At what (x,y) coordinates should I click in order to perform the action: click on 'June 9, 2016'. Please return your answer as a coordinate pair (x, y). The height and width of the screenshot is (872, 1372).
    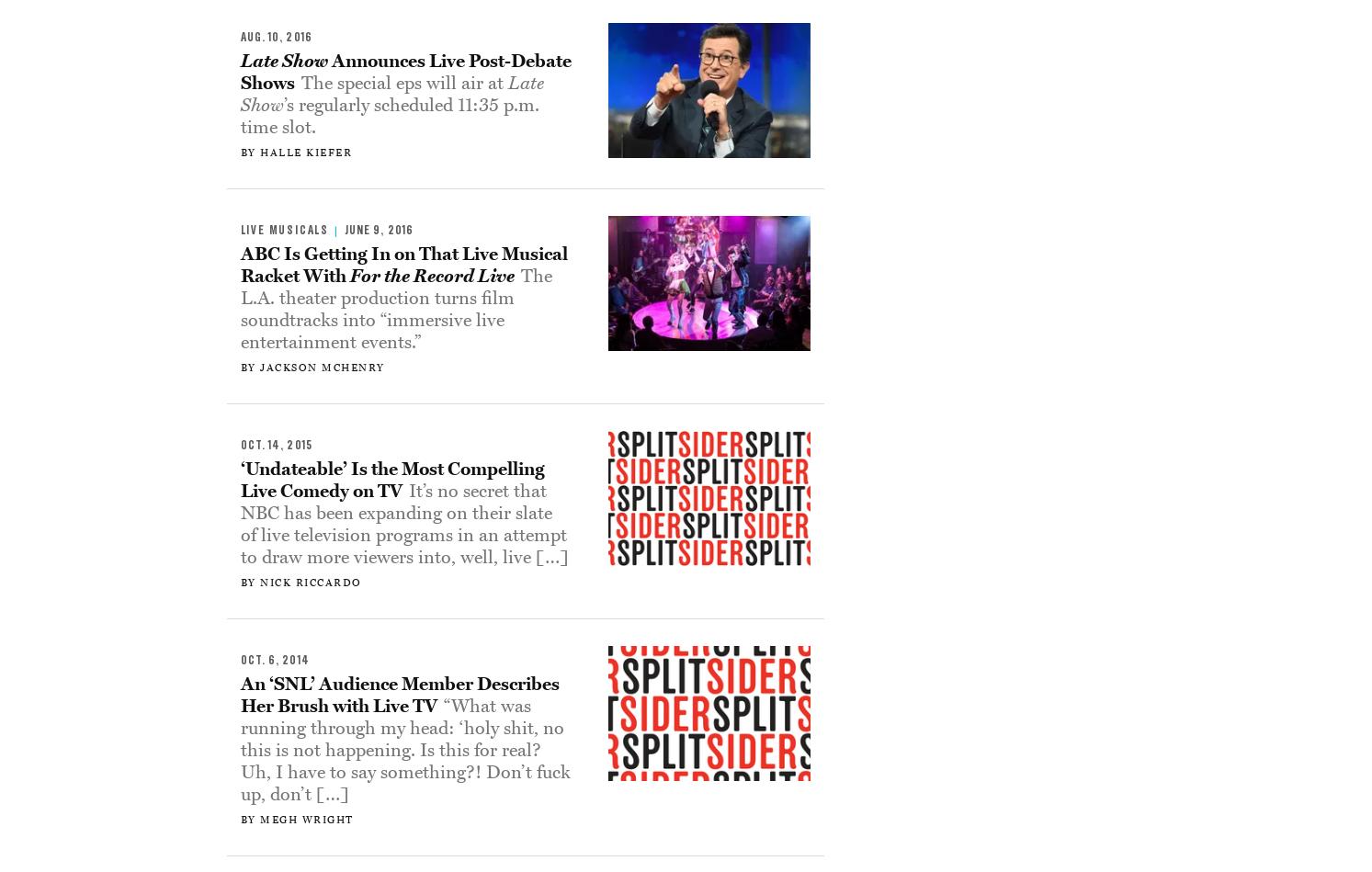
    Looking at the image, I should click on (344, 229).